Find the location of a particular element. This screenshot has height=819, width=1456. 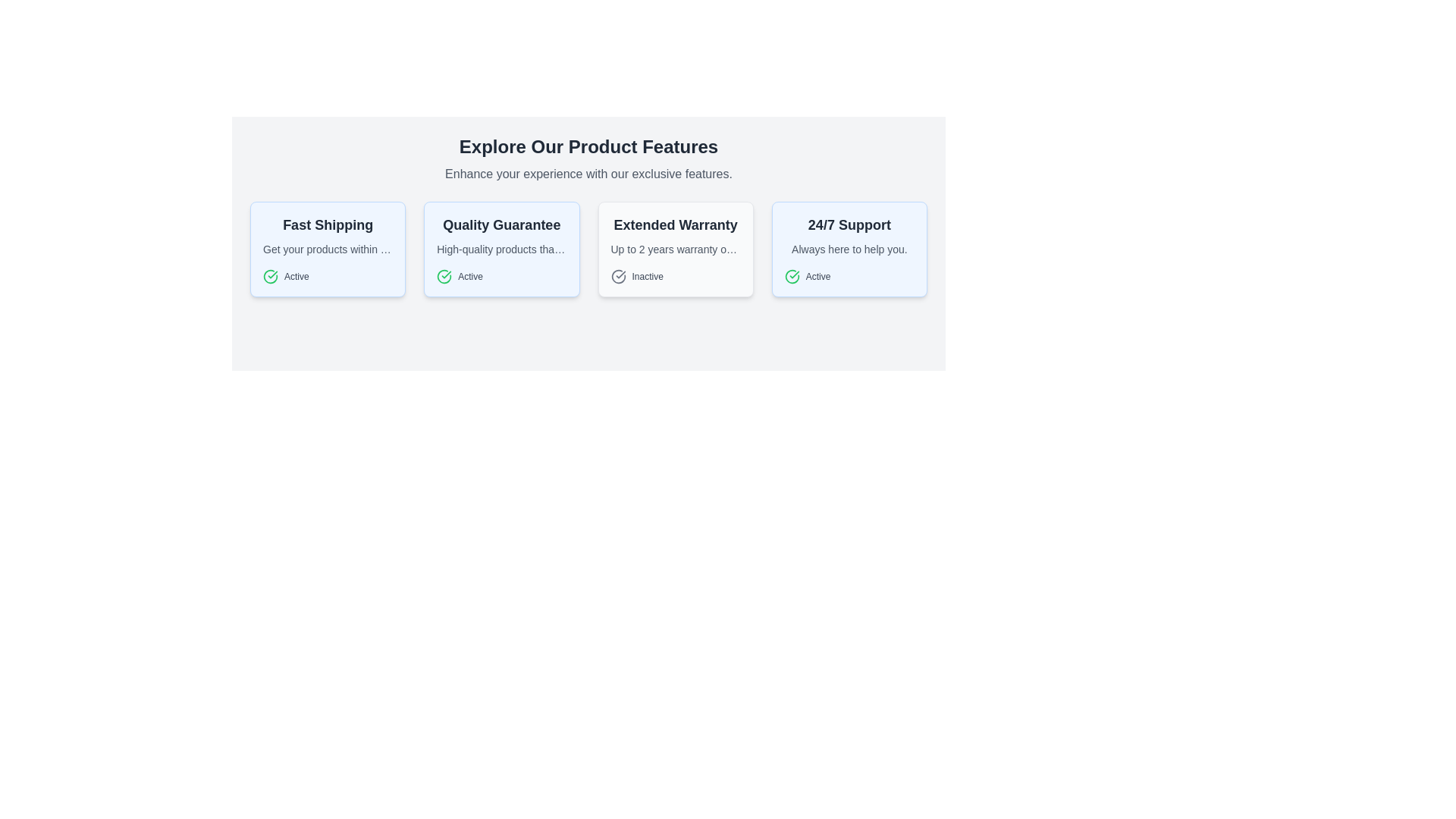

the 'Quality Guarantee' text, which is styled in a large, bold font and serves as a prominent title in its feature card is located at coordinates (501, 225).